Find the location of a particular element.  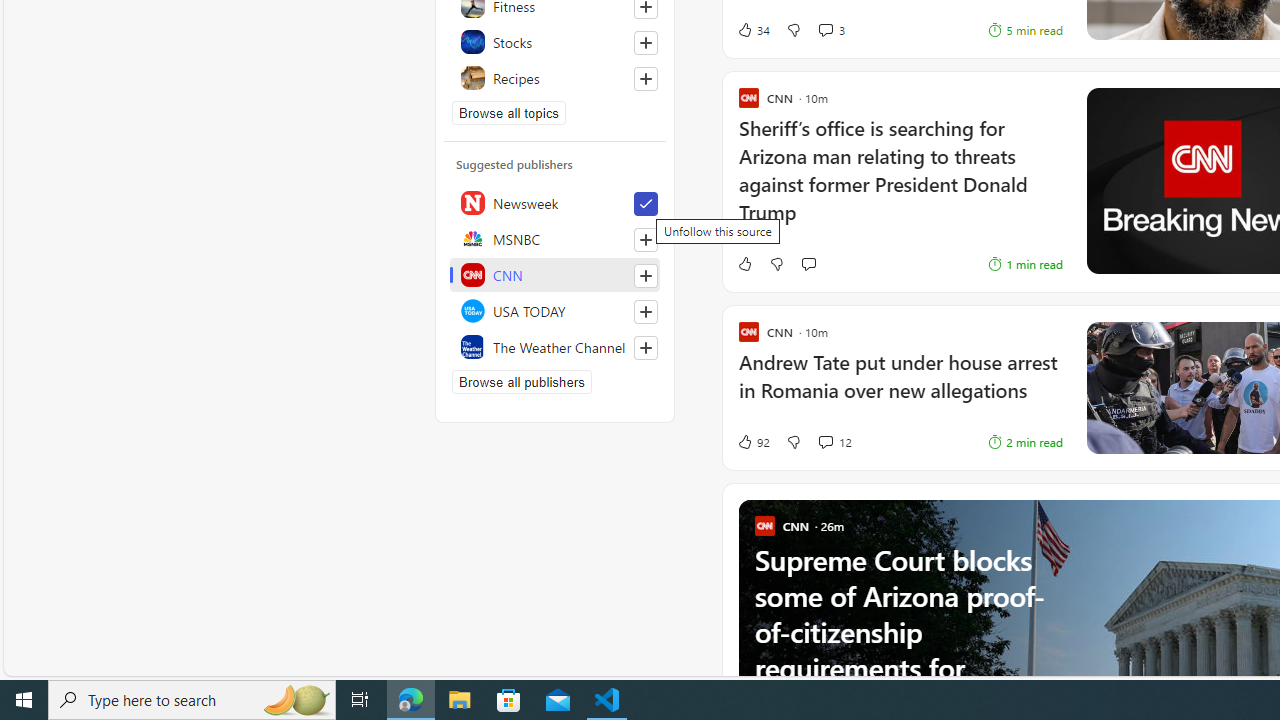

'Browse all topics' is located at coordinates (509, 113).